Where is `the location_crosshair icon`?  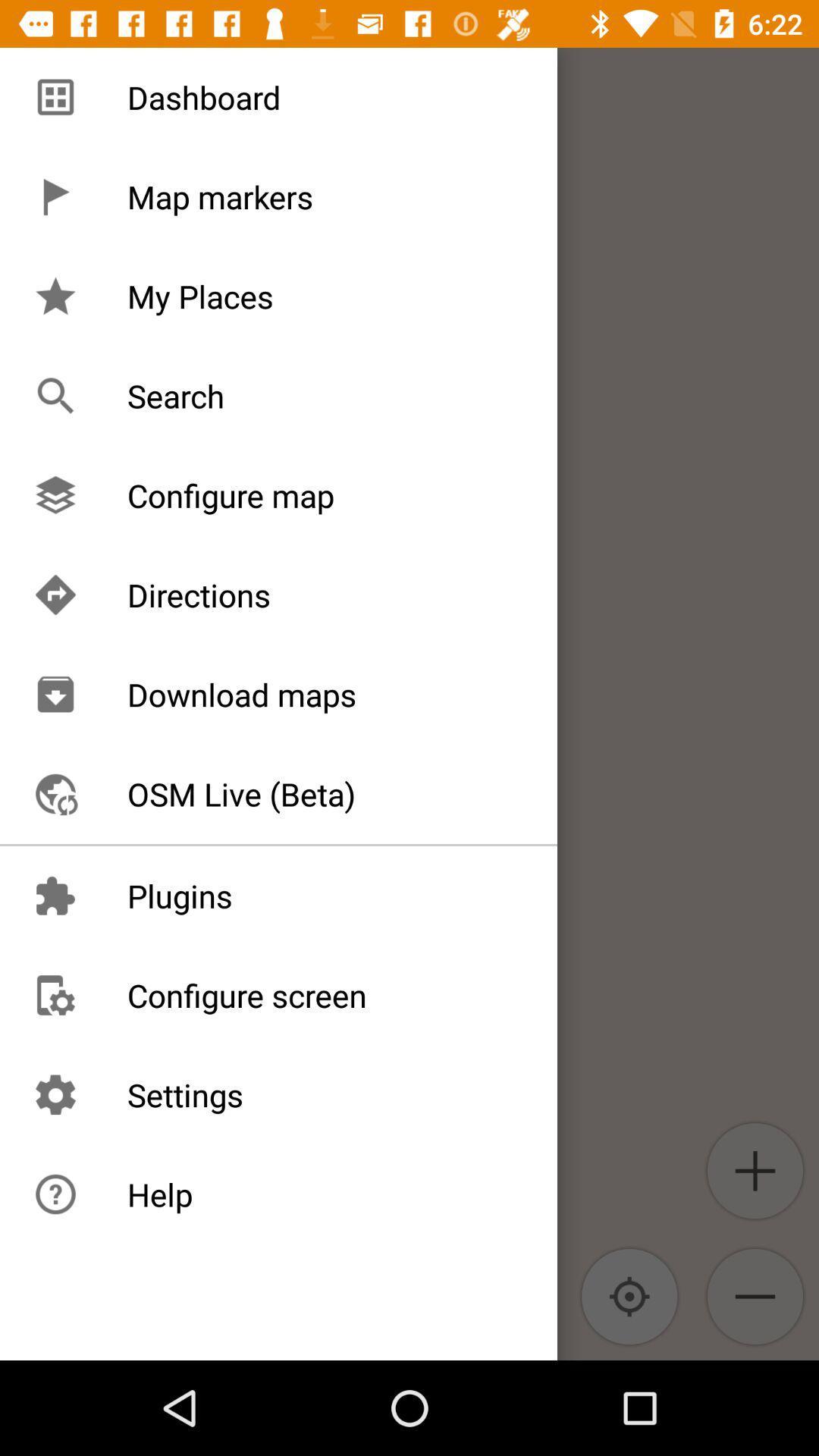
the location_crosshair icon is located at coordinates (629, 1295).